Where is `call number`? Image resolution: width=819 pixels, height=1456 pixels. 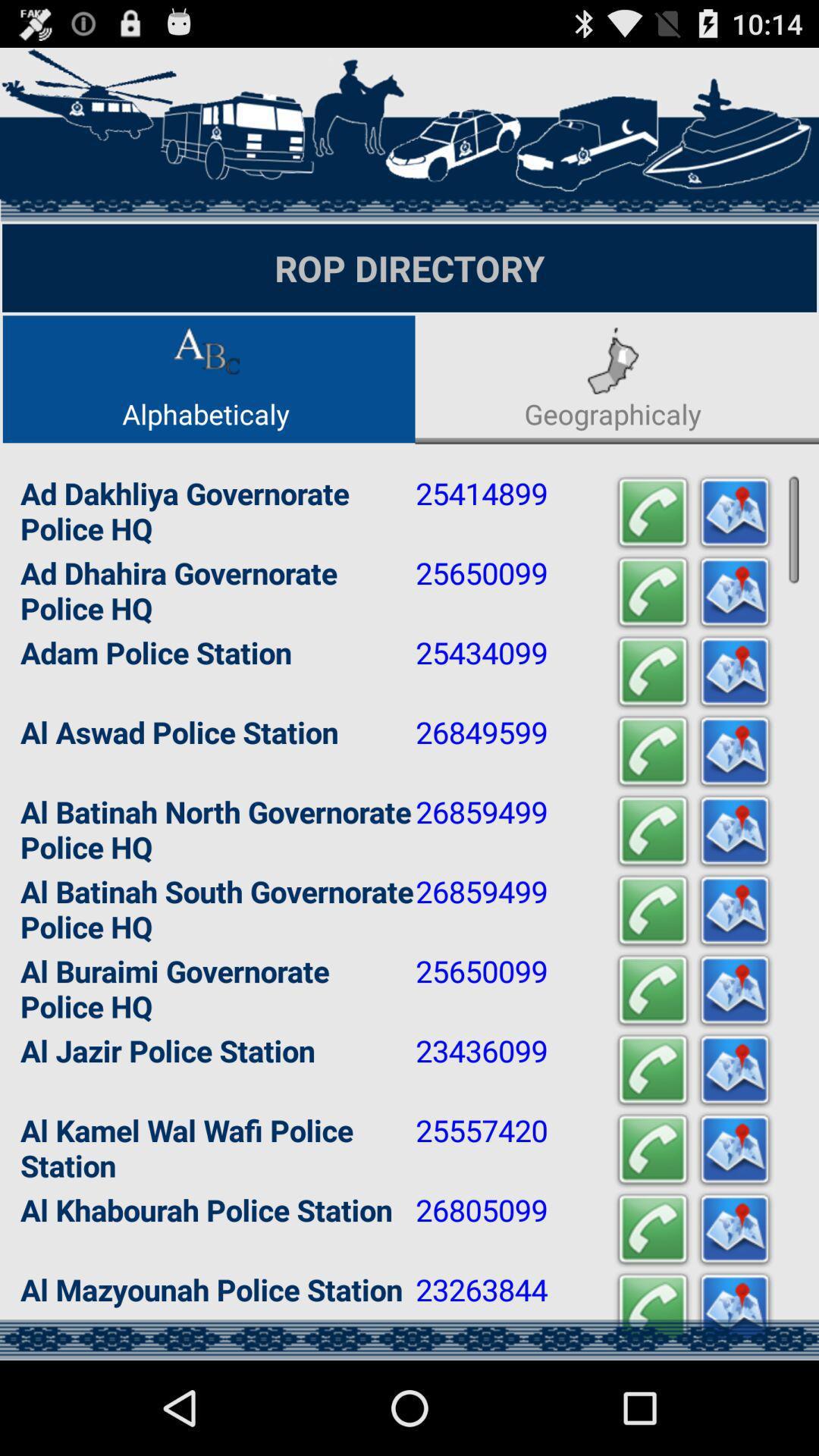 call number is located at coordinates (651, 910).